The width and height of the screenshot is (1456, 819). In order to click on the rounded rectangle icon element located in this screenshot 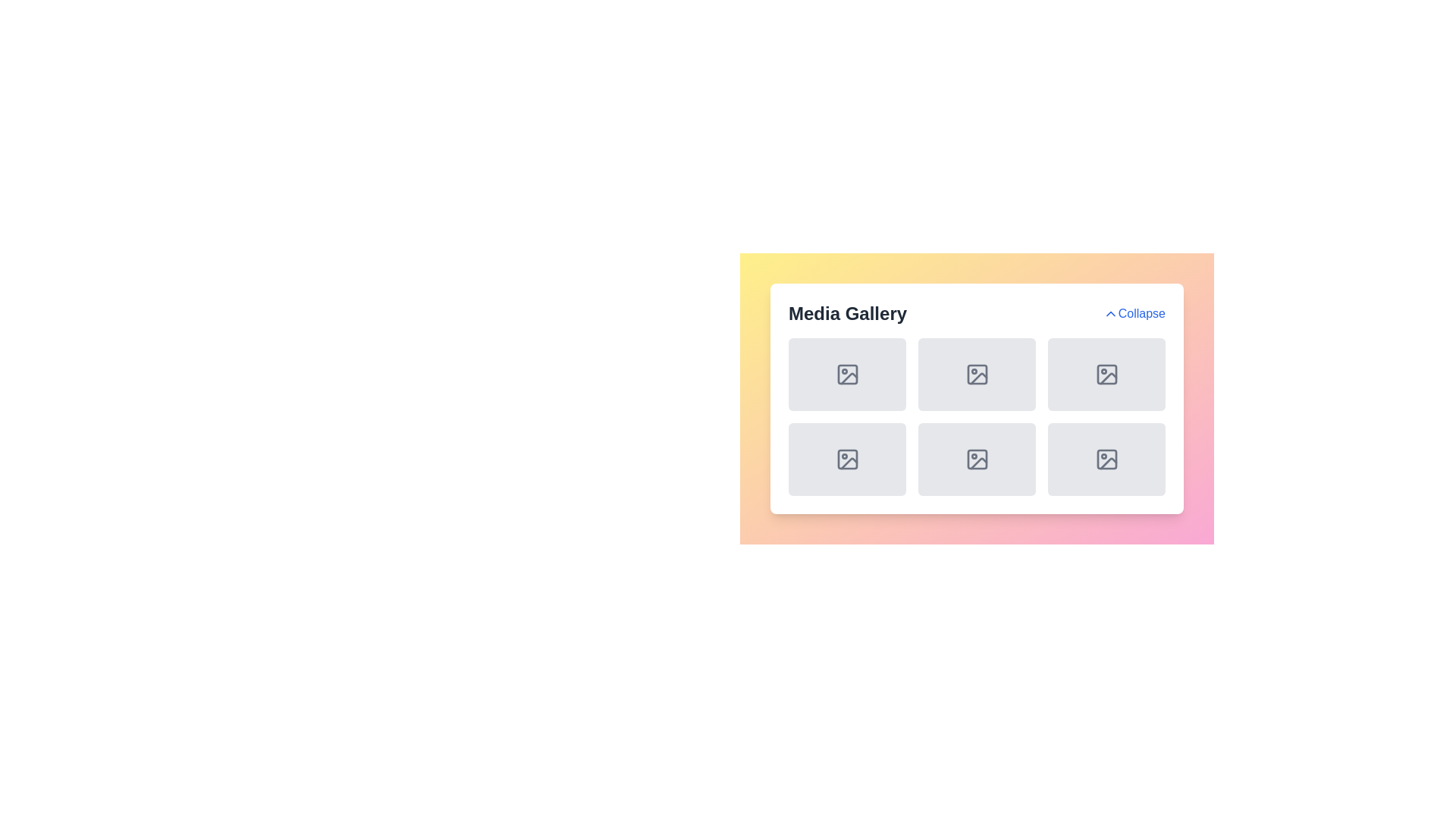, I will do `click(846, 458)`.